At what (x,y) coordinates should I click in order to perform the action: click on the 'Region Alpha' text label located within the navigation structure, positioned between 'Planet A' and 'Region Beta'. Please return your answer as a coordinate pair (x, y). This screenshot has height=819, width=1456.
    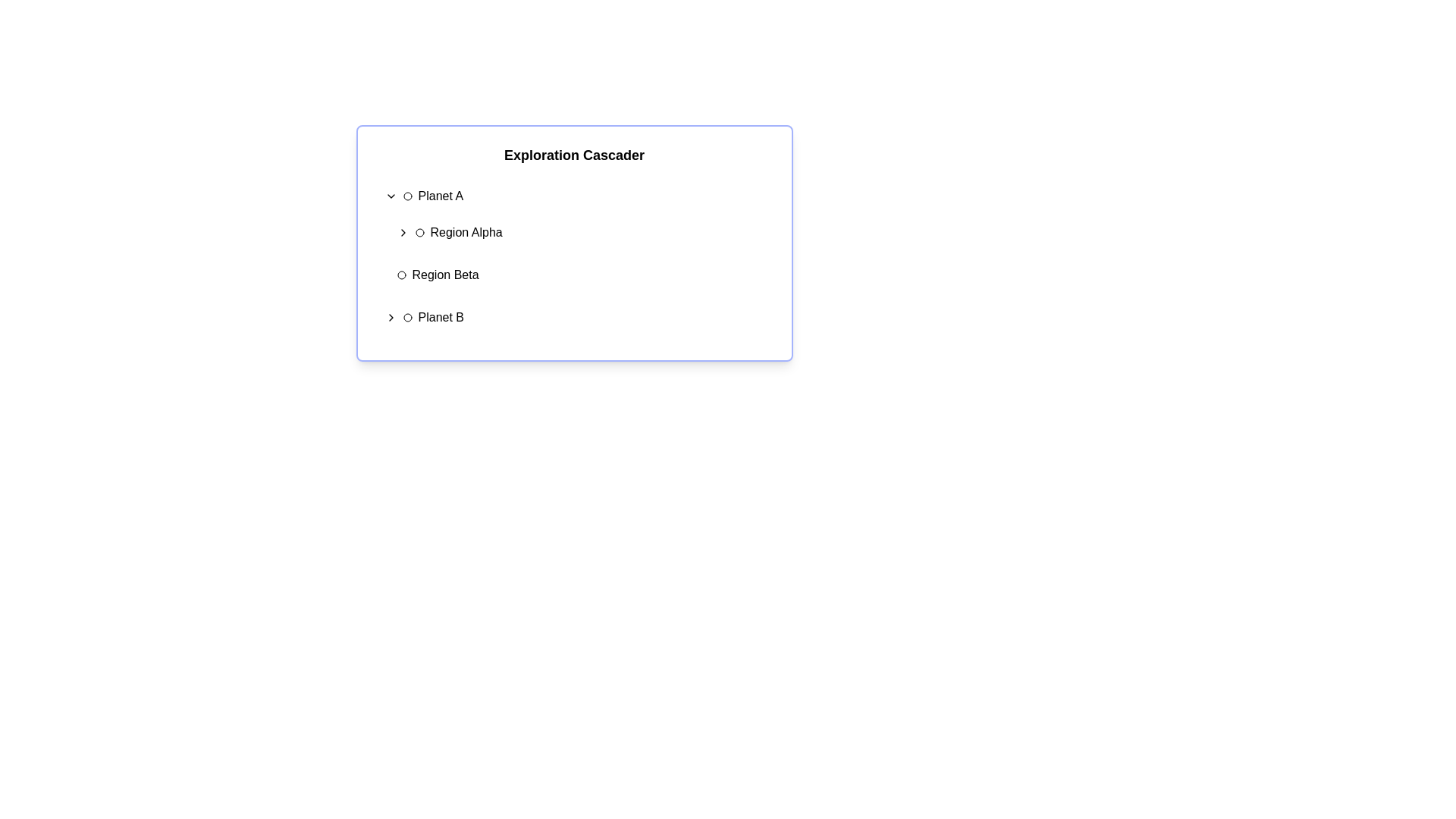
    Looking at the image, I should click on (466, 233).